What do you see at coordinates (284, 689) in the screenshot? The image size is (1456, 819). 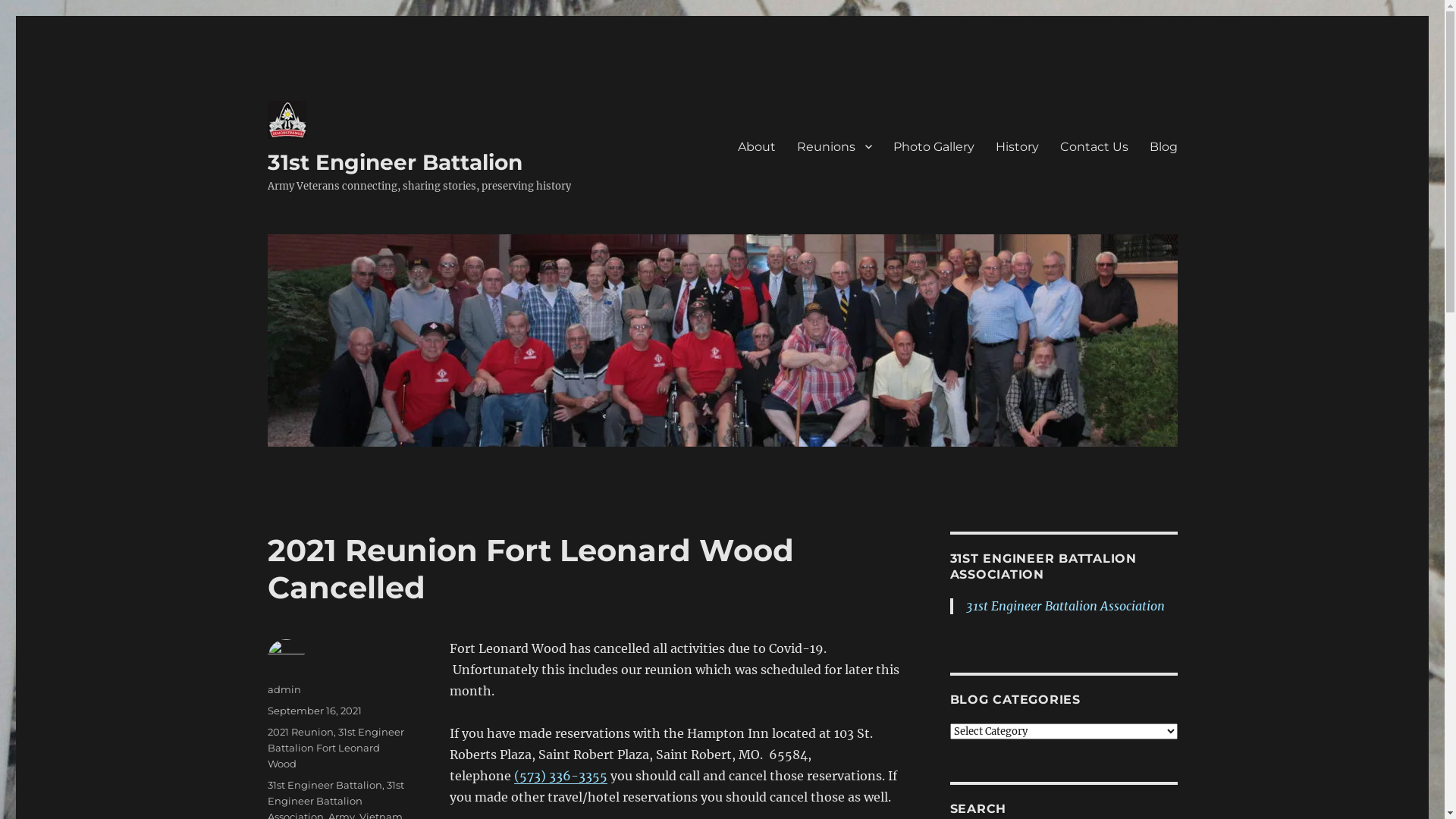 I see `'admin'` at bounding box center [284, 689].